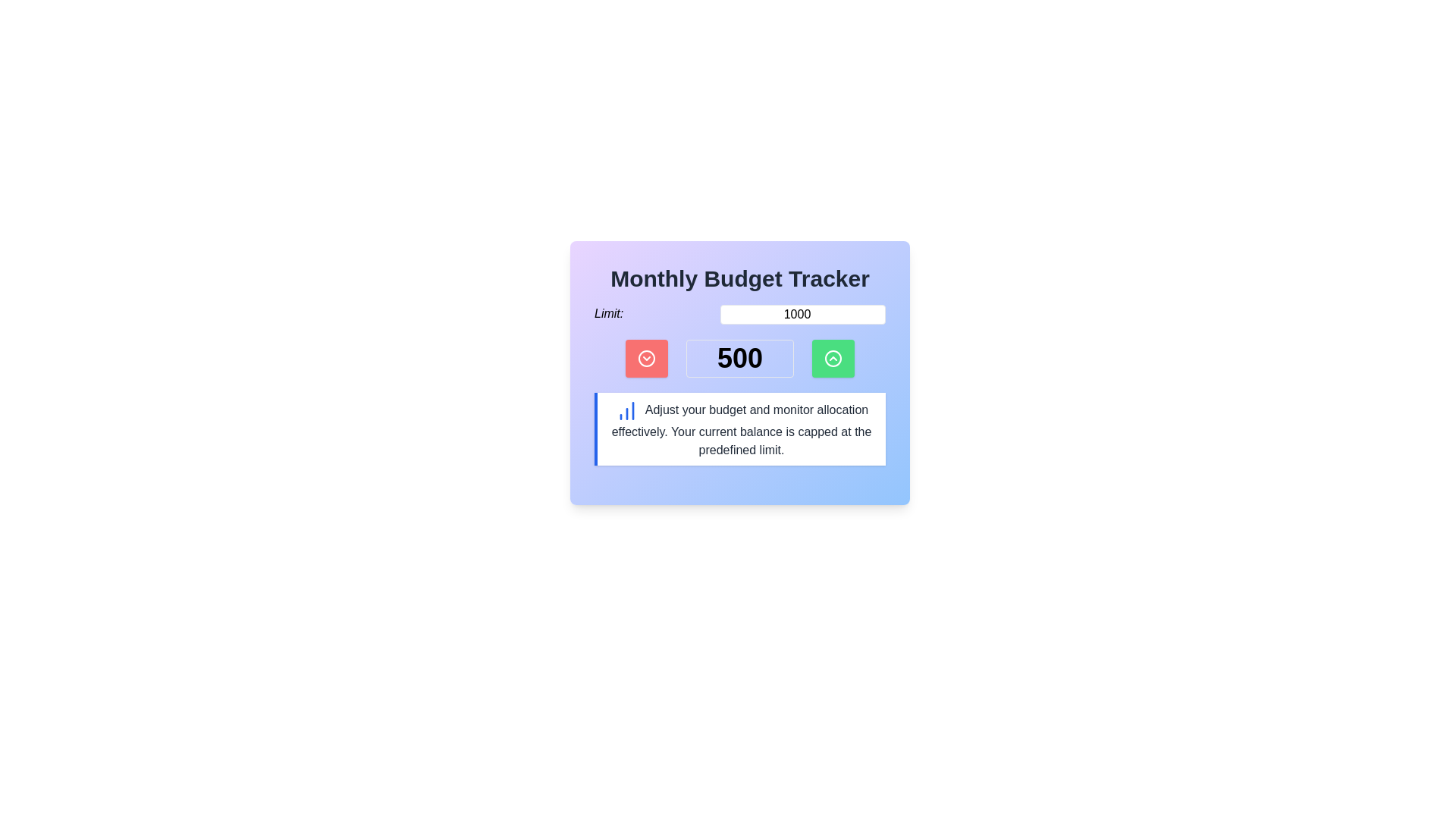 The height and width of the screenshot is (819, 1456). What do you see at coordinates (833, 359) in the screenshot?
I see `the third button in the row, which is positioned to the right of the numeral '500'` at bounding box center [833, 359].